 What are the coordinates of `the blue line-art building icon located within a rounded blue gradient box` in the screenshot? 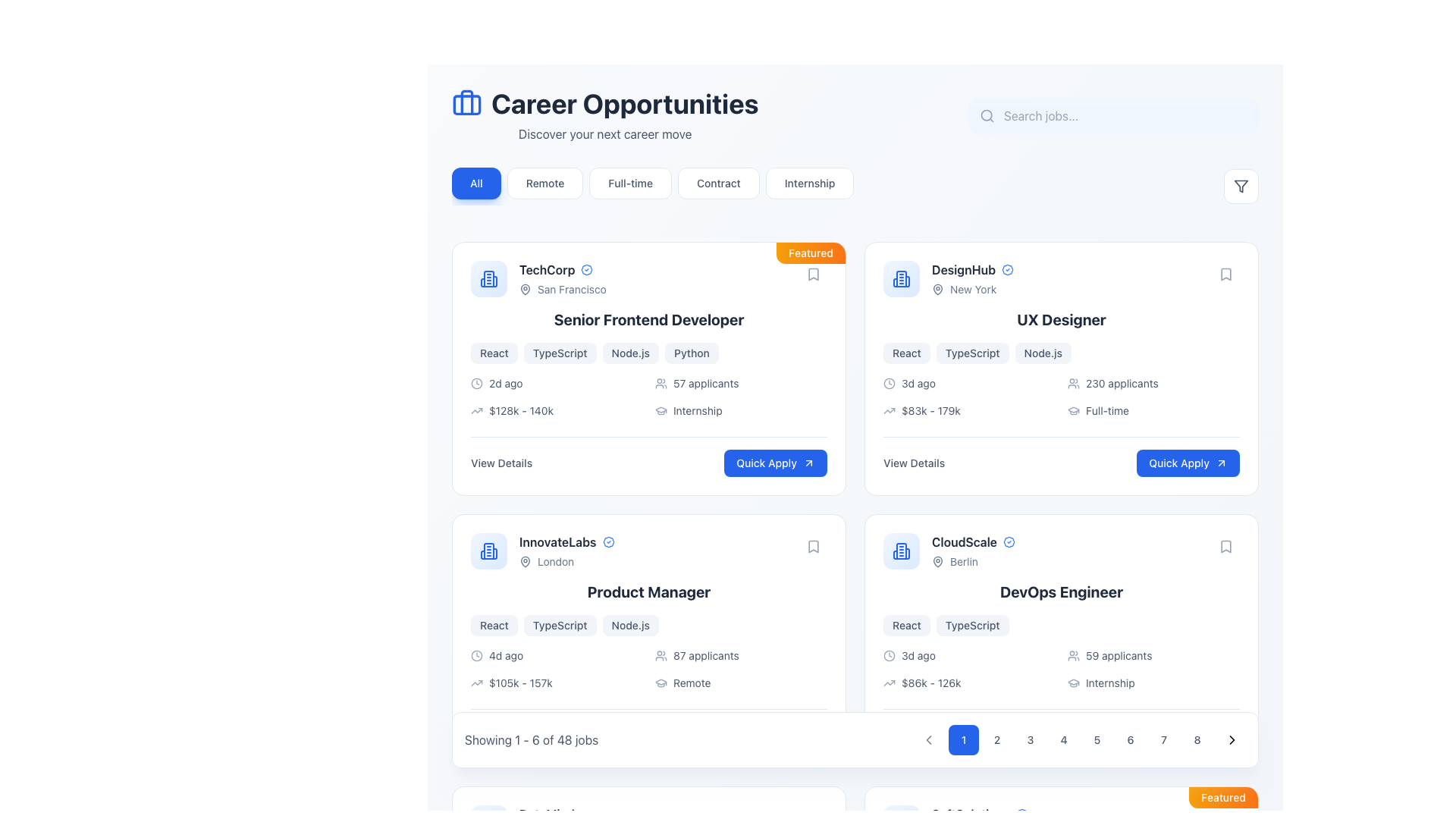 It's located at (488, 278).